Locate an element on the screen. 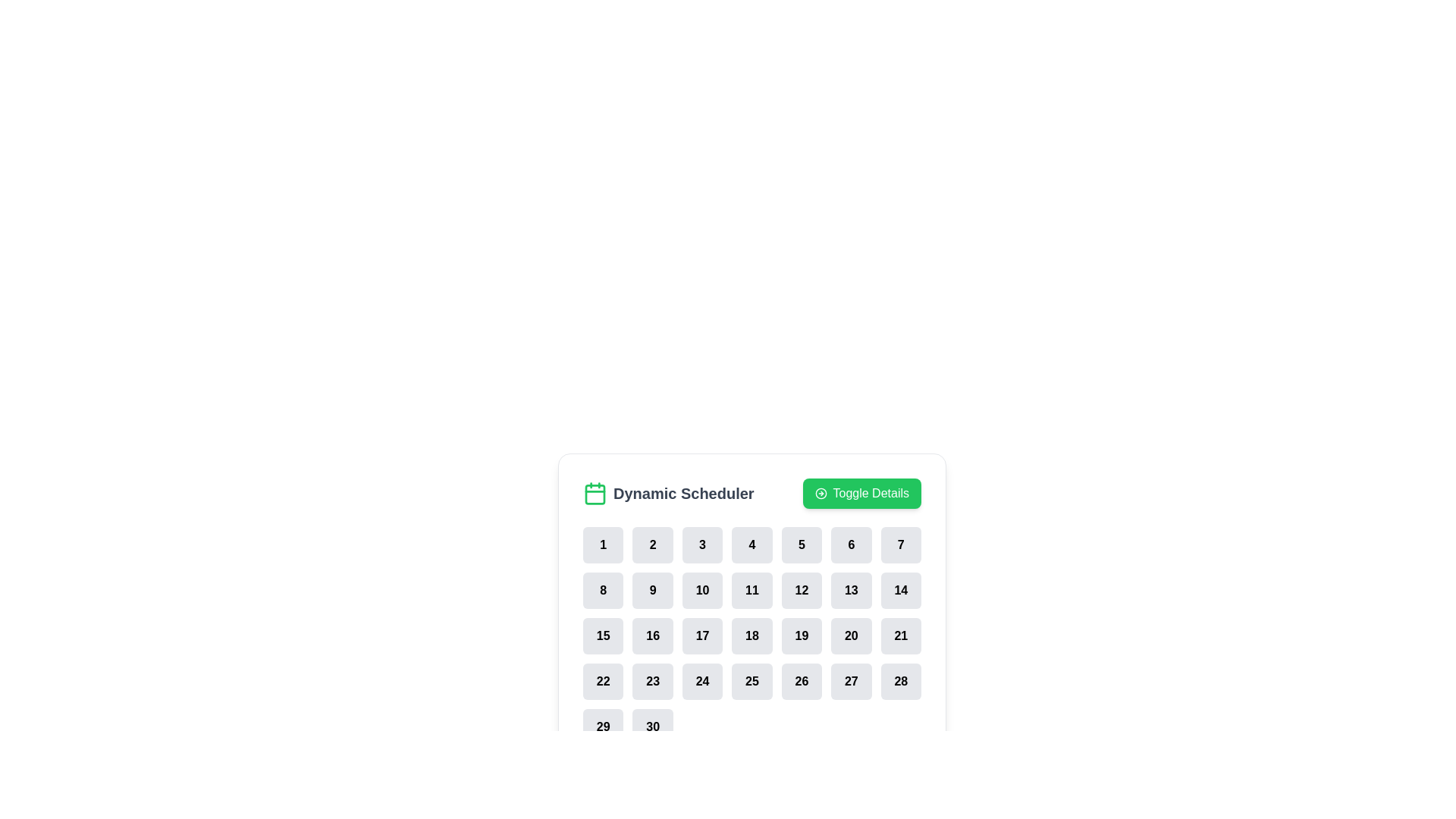 This screenshot has width=1456, height=819. the button representing the day or item numbered '10' in the second row, third column of the grid layout in the 'Dynamic Scheduler' interface is located at coordinates (701, 590).